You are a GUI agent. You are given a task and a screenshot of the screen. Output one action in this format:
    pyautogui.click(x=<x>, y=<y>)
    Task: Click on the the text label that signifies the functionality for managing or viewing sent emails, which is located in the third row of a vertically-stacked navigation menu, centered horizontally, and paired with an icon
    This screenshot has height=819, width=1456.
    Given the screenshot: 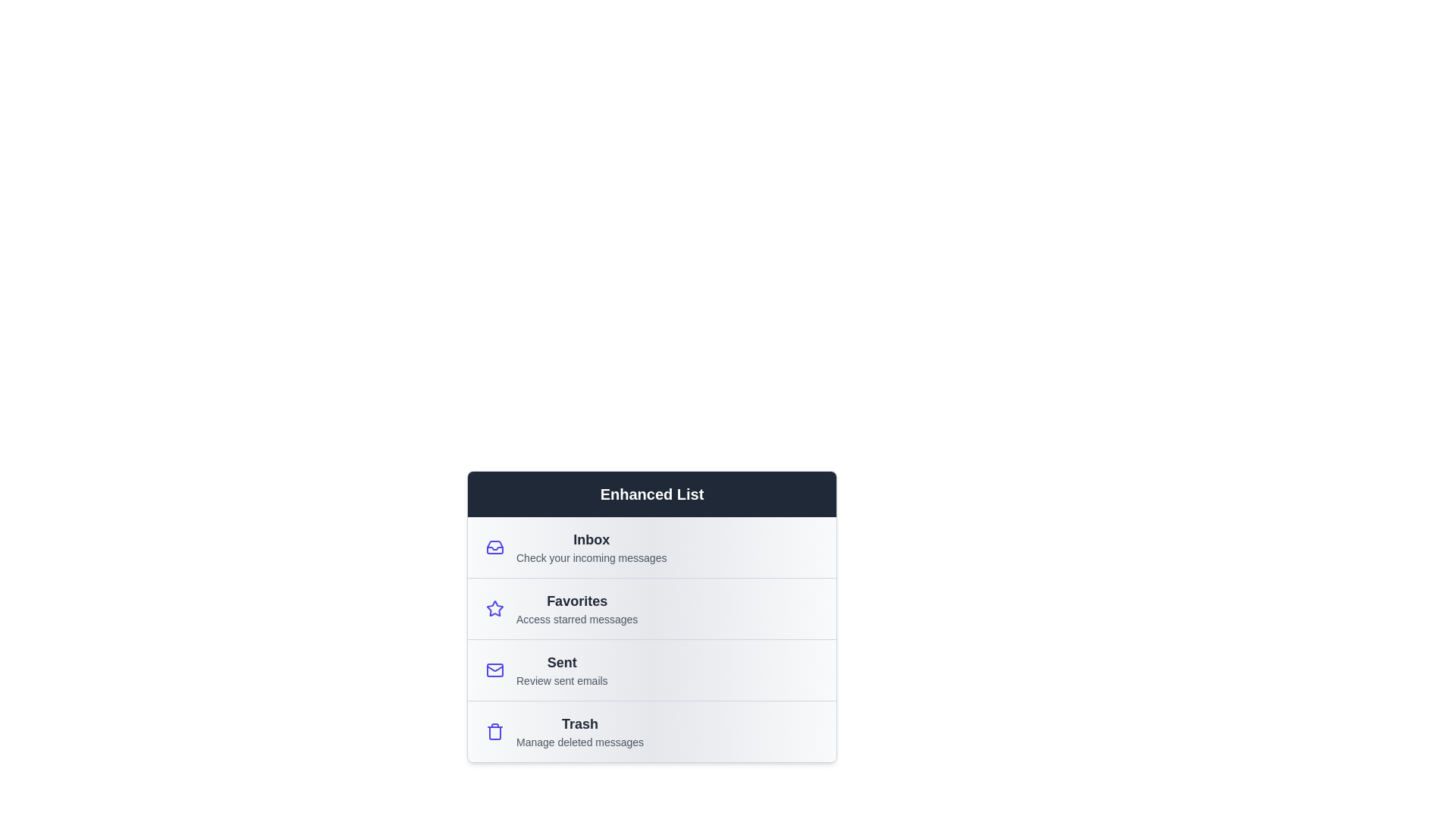 What is the action you would take?
    pyautogui.click(x=561, y=662)
    